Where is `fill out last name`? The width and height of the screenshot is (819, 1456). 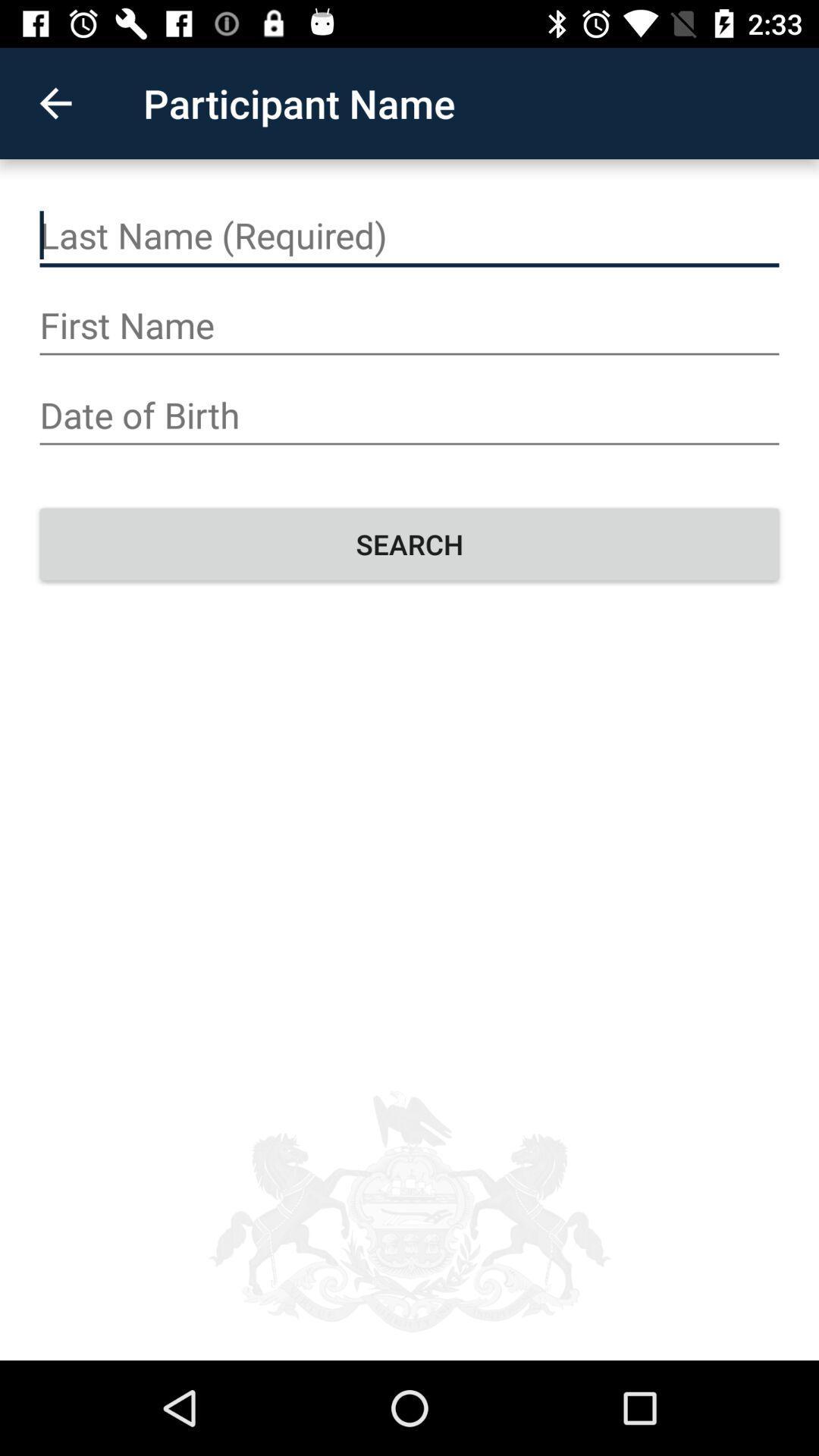 fill out last name is located at coordinates (409, 235).